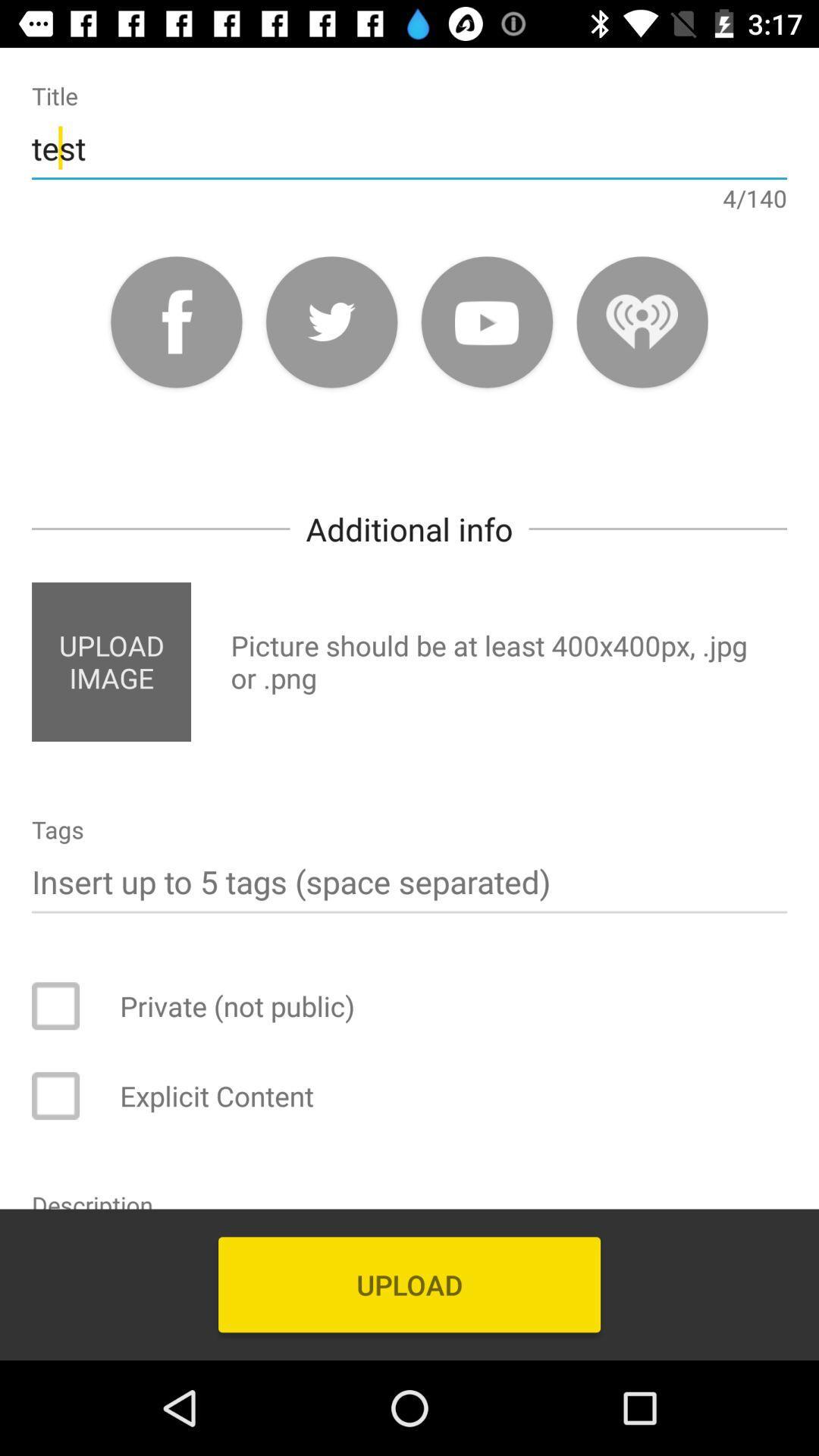  I want to click on post to twitter, so click(331, 321).